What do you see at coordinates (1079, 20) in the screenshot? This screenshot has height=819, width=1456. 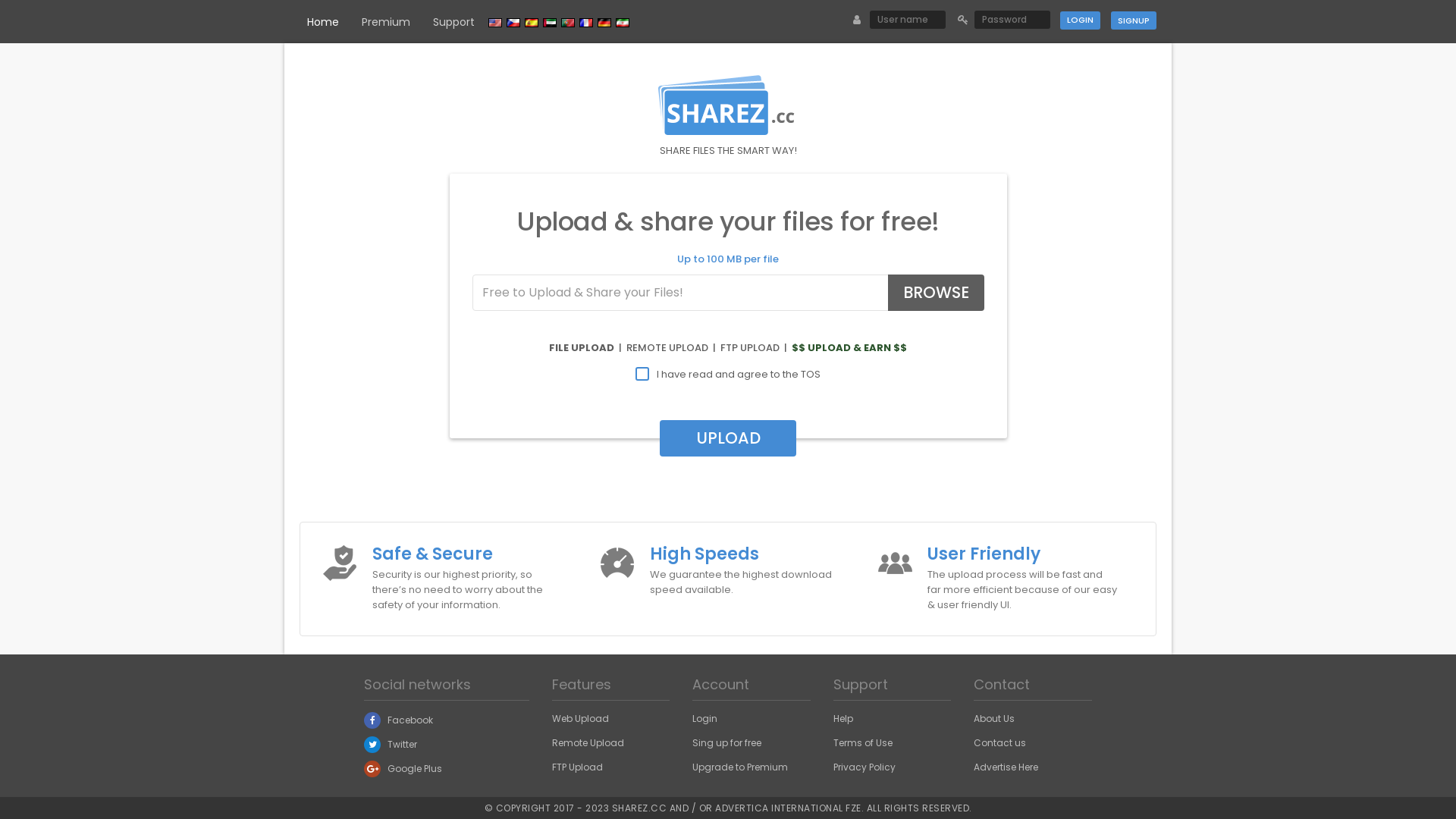 I see `'Login'` at bounding box center [1079, 20].